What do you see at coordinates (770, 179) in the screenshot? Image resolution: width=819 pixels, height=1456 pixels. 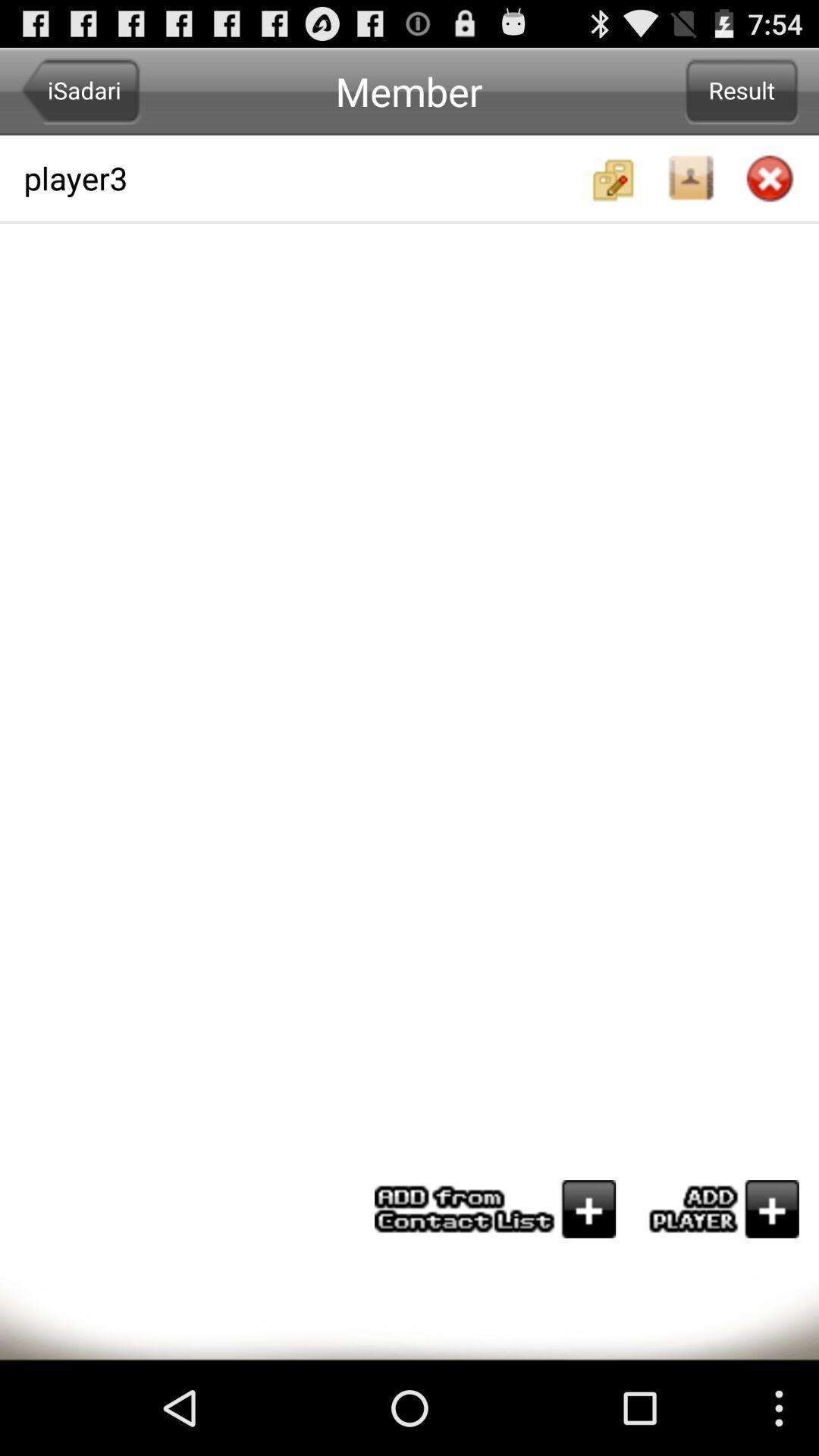 I see `remove item` at bounding box center [770, 179].